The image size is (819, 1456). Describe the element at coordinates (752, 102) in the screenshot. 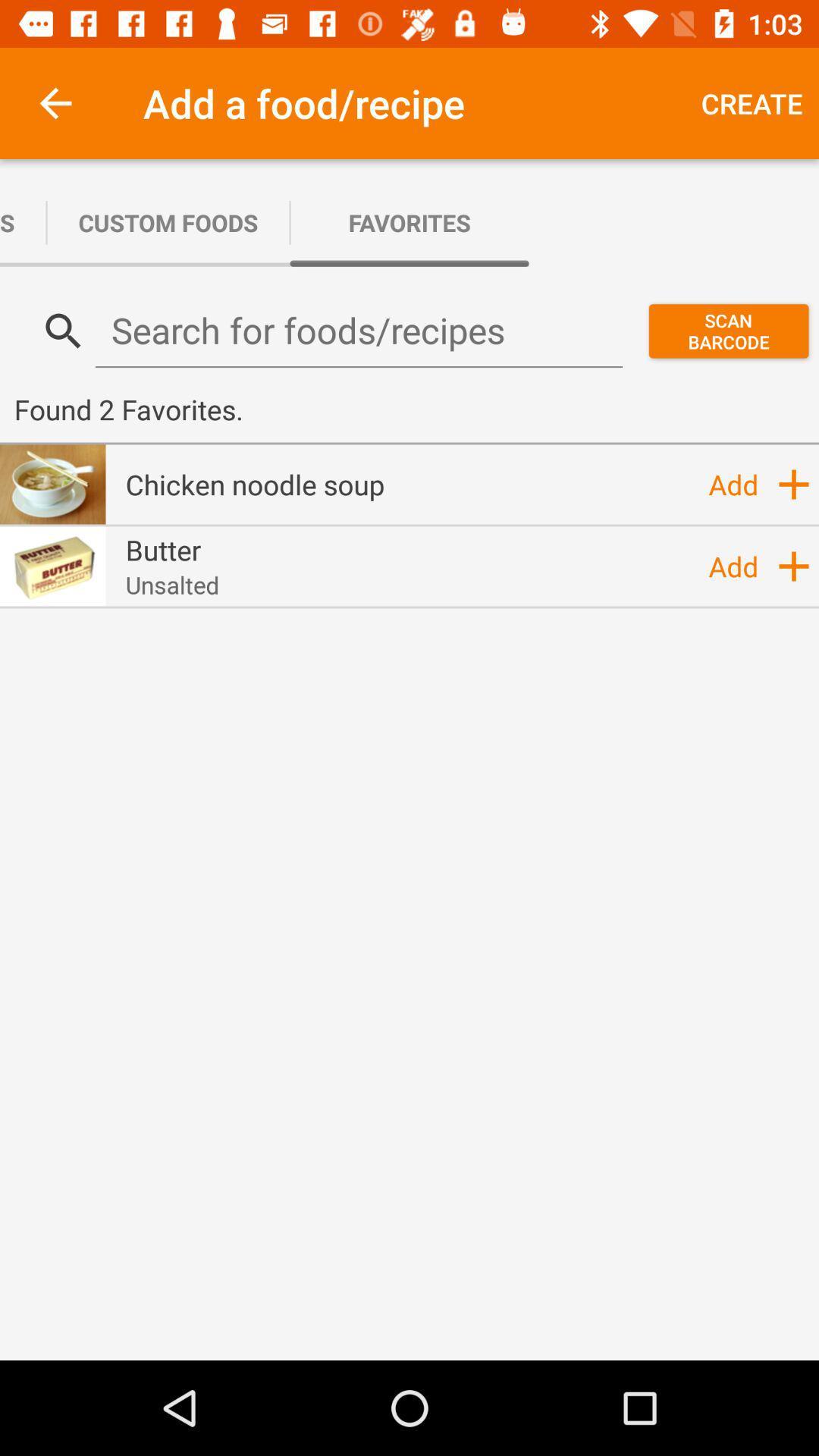

I see `item to the right of the add a food item` at that location.